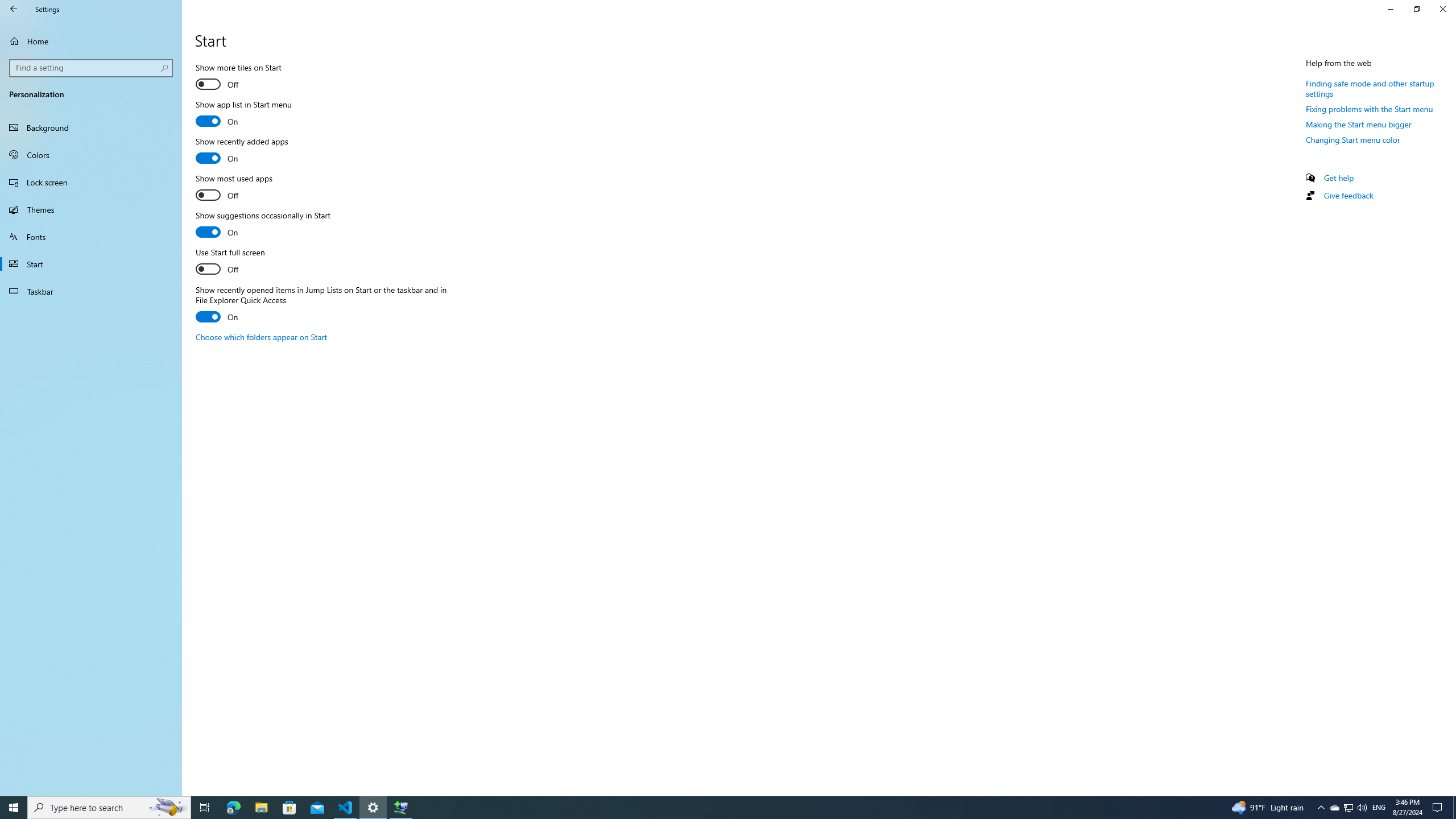  I want to click on 'Home', so click(90, 41).